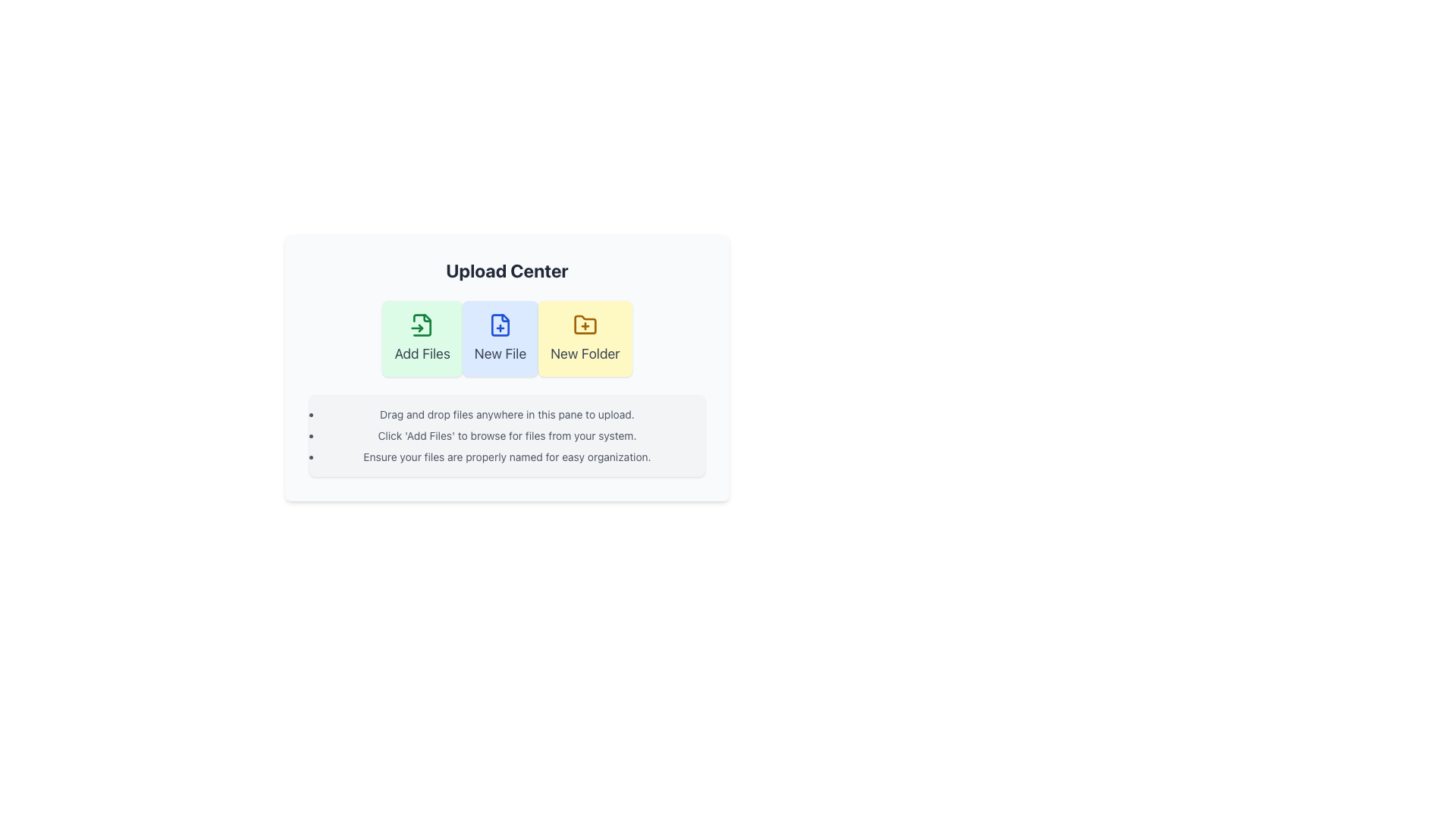 This screenshot has width=1456, height=819. Describe the element at coordinates (507, 435) in the screenshot. I see `instructional text from the Informational Panel located at the bottom of the 'Upload Center', which features a light gray background and rounded corners` at that location.